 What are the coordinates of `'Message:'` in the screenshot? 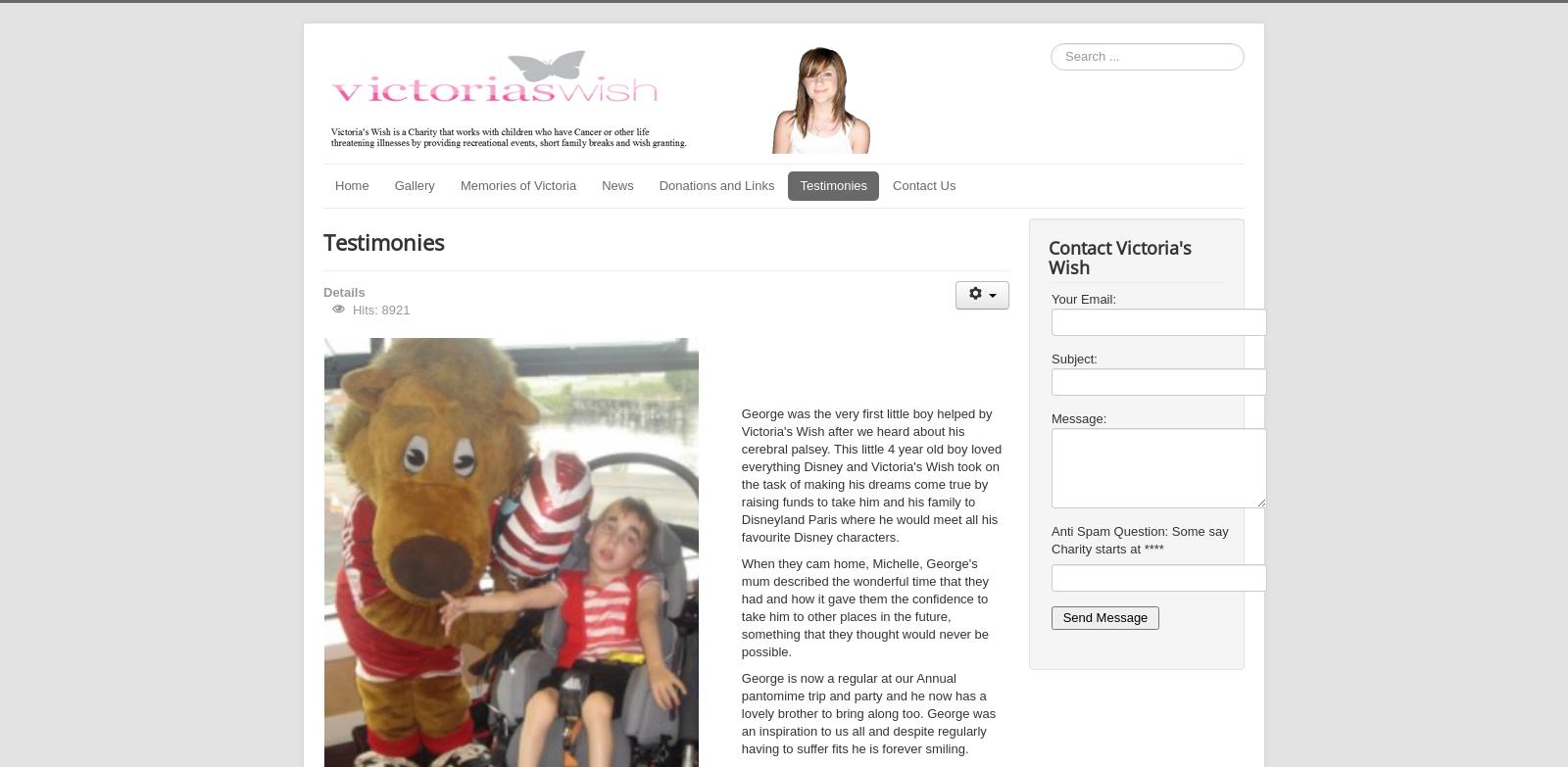 It's located at (1078, 417).